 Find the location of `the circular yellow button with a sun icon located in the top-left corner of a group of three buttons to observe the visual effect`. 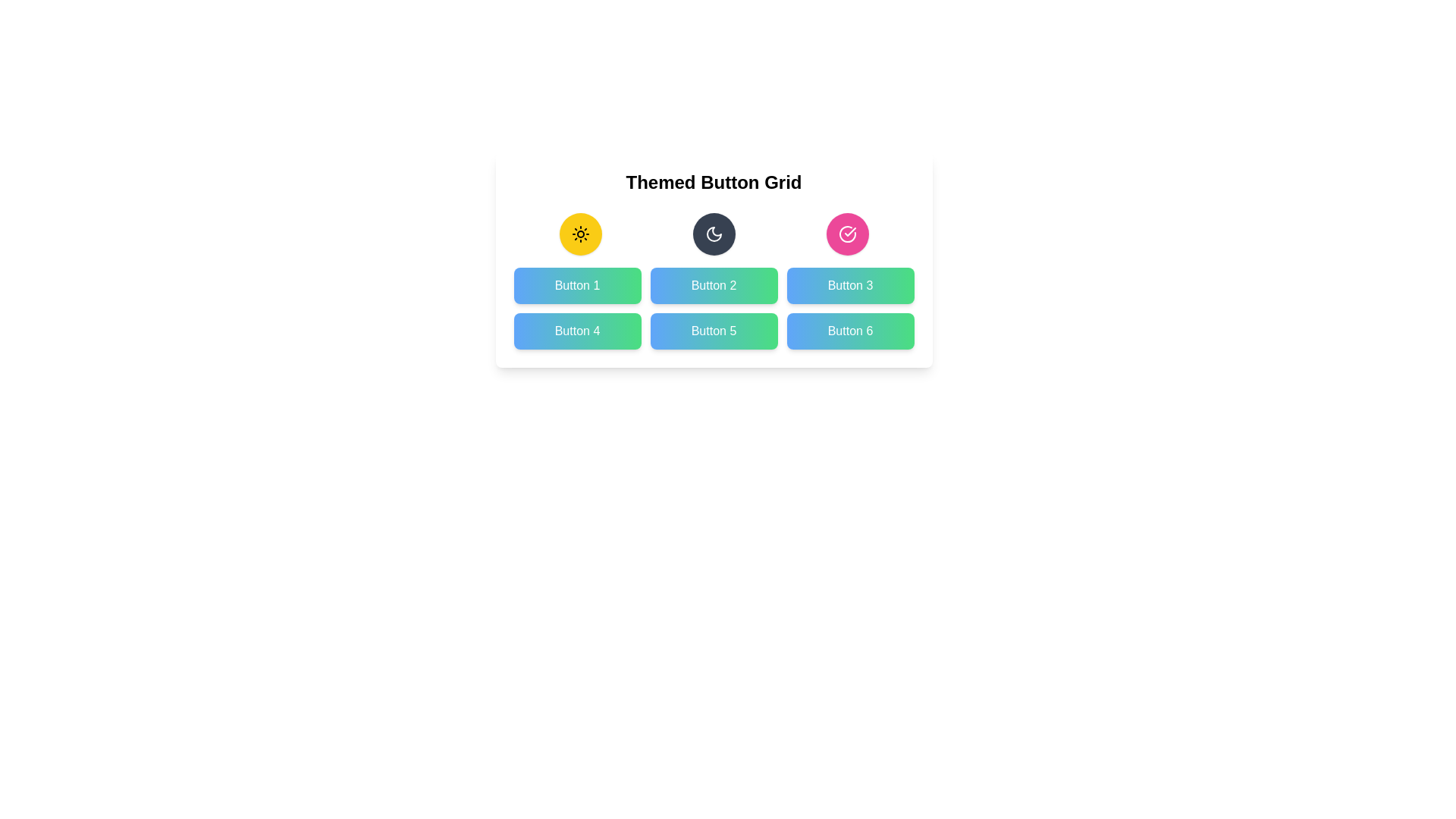

the circular yellow button with a sun icon located in the top-left corner of a group of three buttons to observe the visual effect is located at coordinates (579, 234).